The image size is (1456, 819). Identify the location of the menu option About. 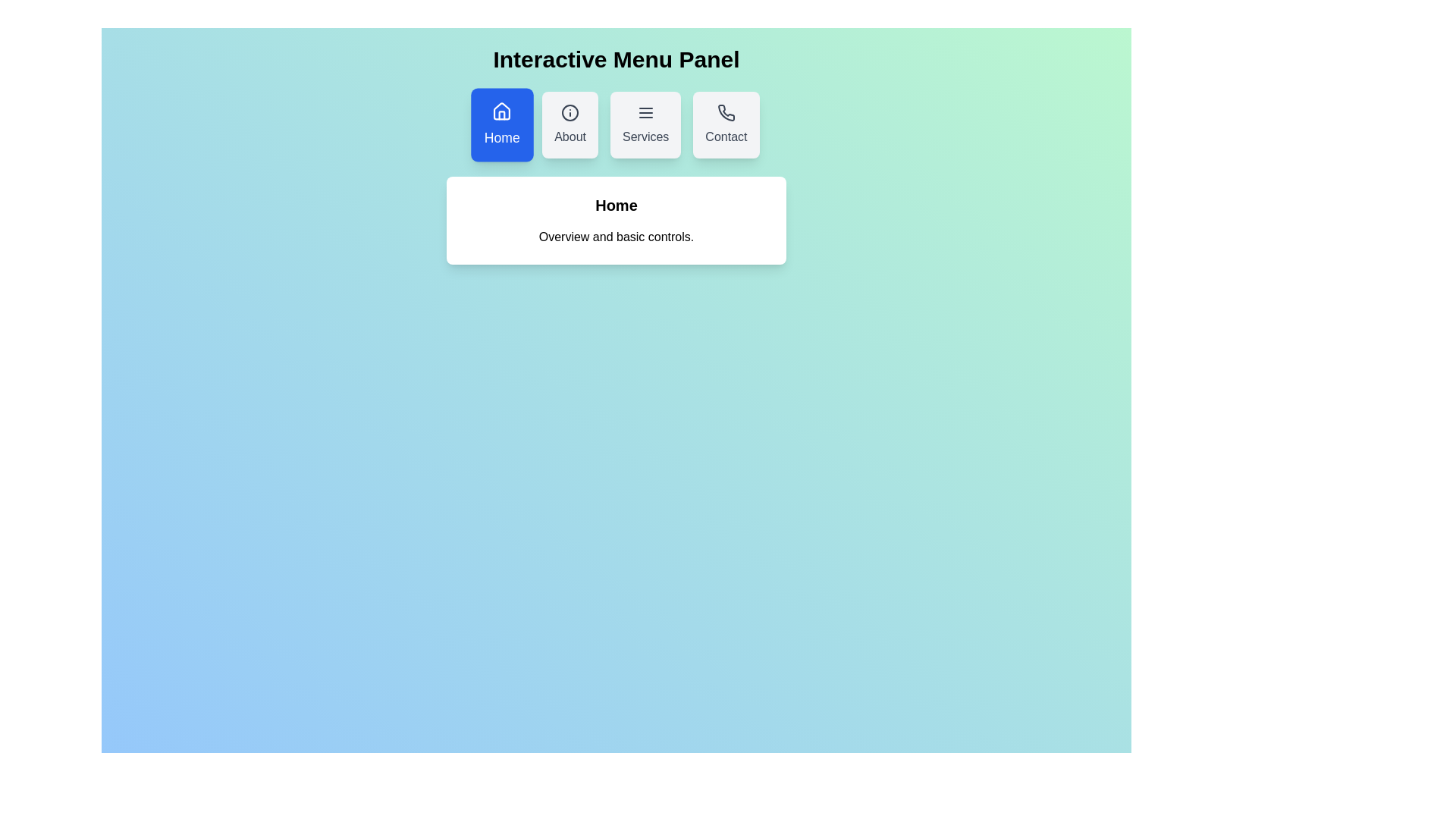
(570, 124).